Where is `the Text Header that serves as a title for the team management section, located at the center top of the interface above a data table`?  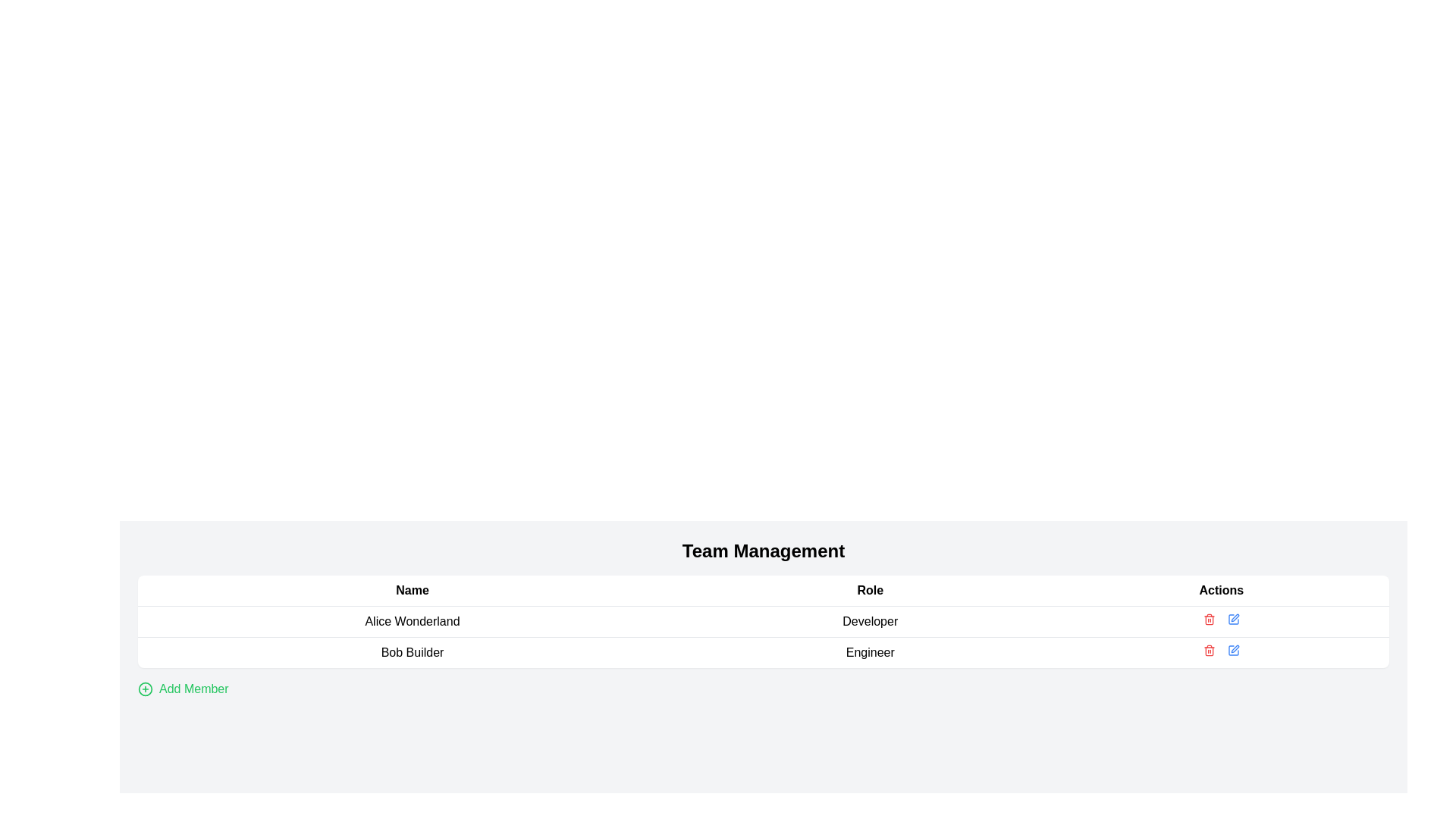
the Text Header that serves as a title for the team management section, located at the center top of the interface above a data table is located at coordinates (764, 551).